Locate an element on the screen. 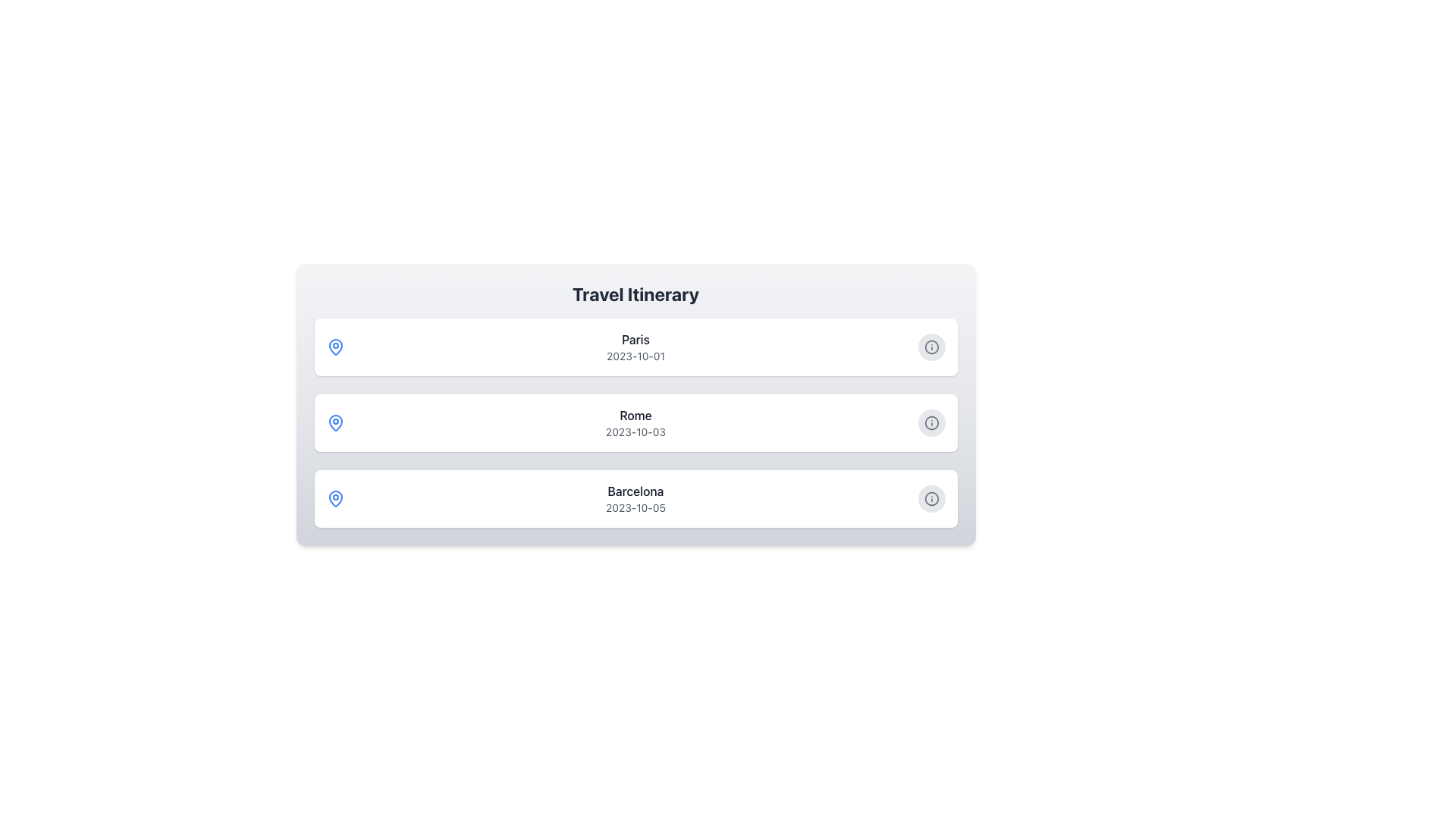 The height and width of the screenshot is (819, 1456). the pin-like icon representing a location in the travel itinerary list, adjacent to 'Rome' and its date is located at coordinates (334, 423).